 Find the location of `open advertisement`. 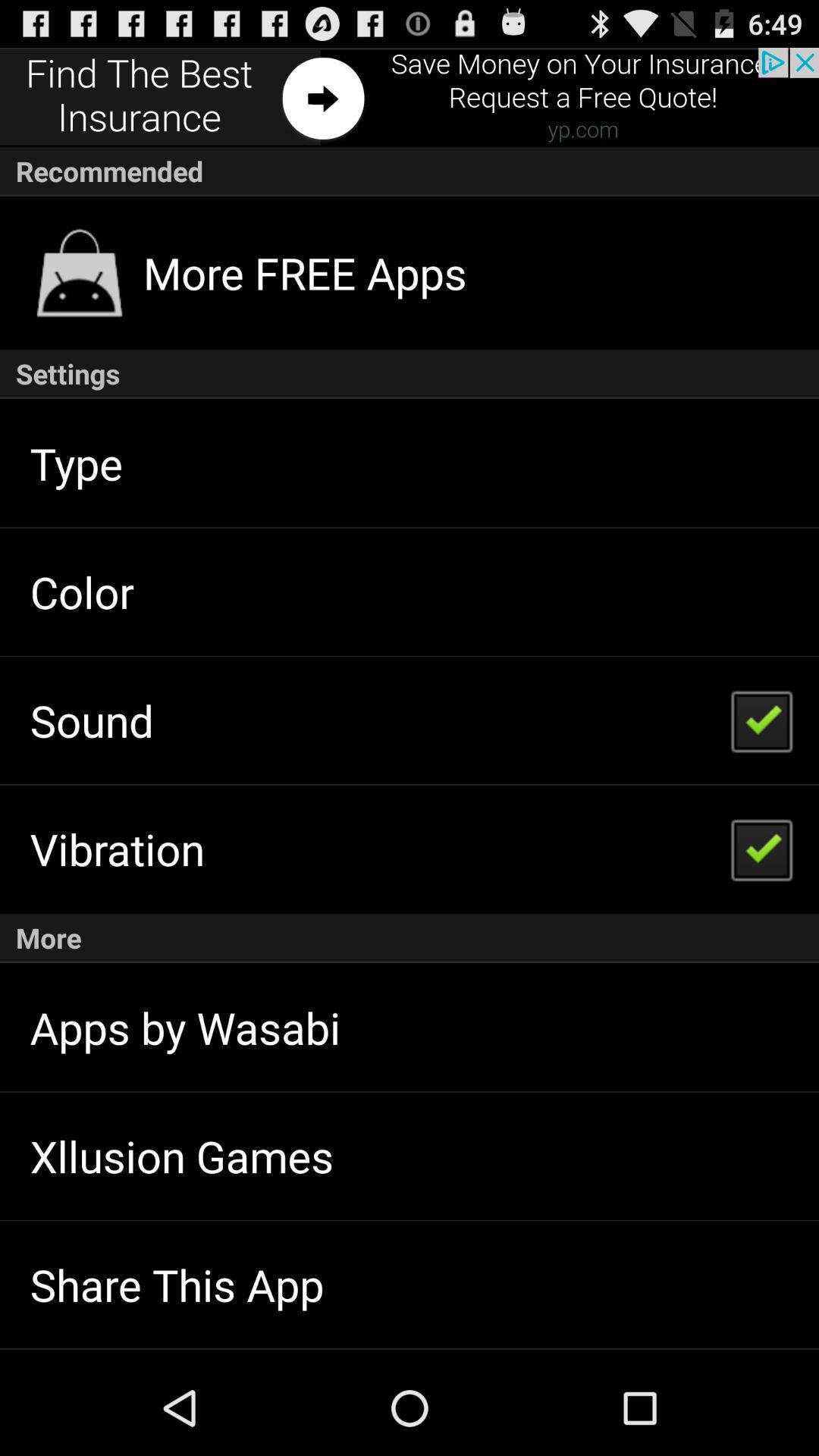

open advertisement is located at coordinates (409, 96).